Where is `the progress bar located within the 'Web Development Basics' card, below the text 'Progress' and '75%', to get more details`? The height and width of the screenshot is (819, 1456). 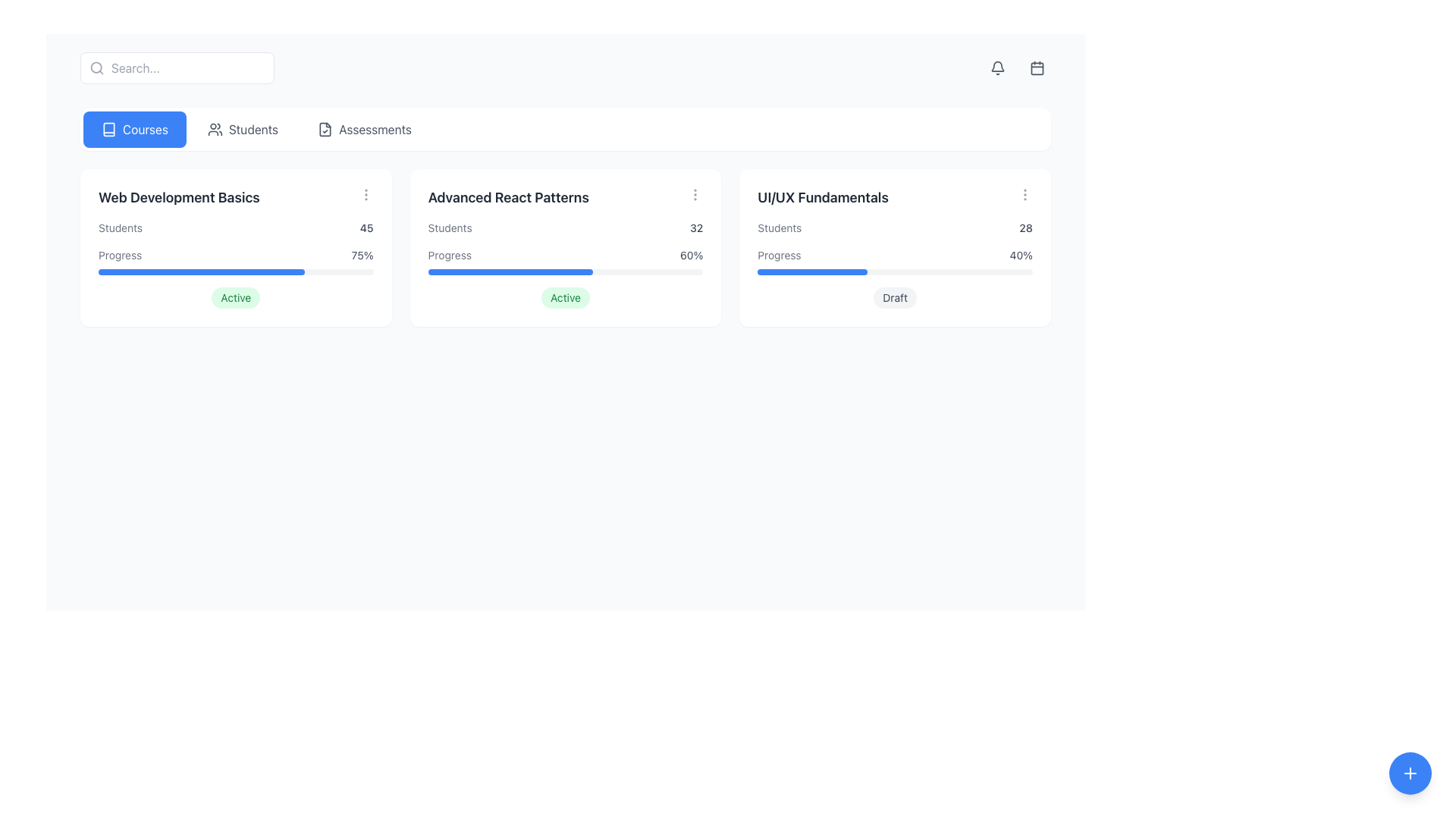 the progress bar located within the 'Web Development Basics' card, below the text 'Progress' and '75%', to get more details is located at coordinates (235, 271).